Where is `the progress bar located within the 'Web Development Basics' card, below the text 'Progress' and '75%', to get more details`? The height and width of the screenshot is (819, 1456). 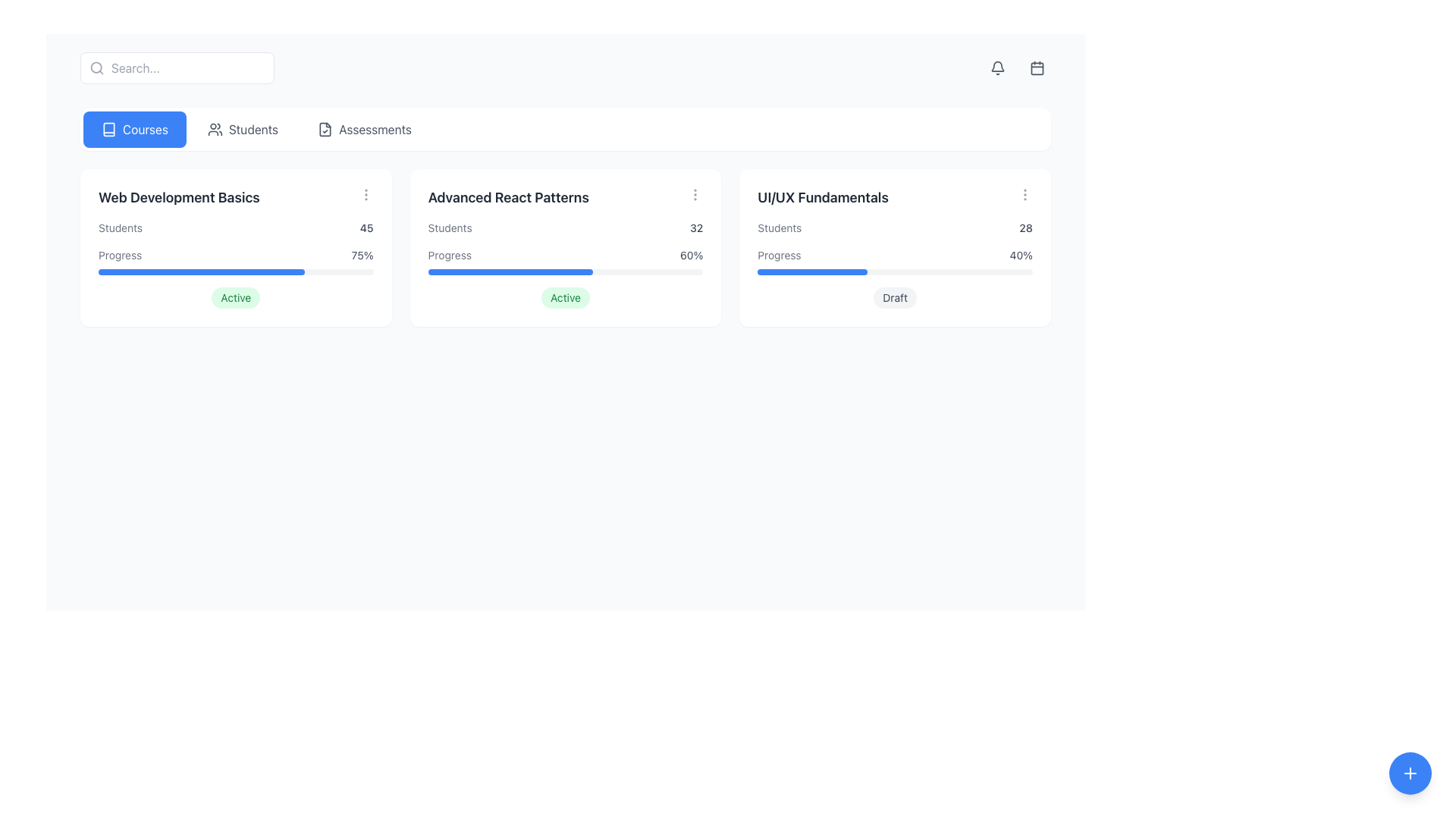 the progress bar located within the 'Web Development Basics' card, below the text 'Progress' and '75%', to get more details is located at coordinates (235, 271).